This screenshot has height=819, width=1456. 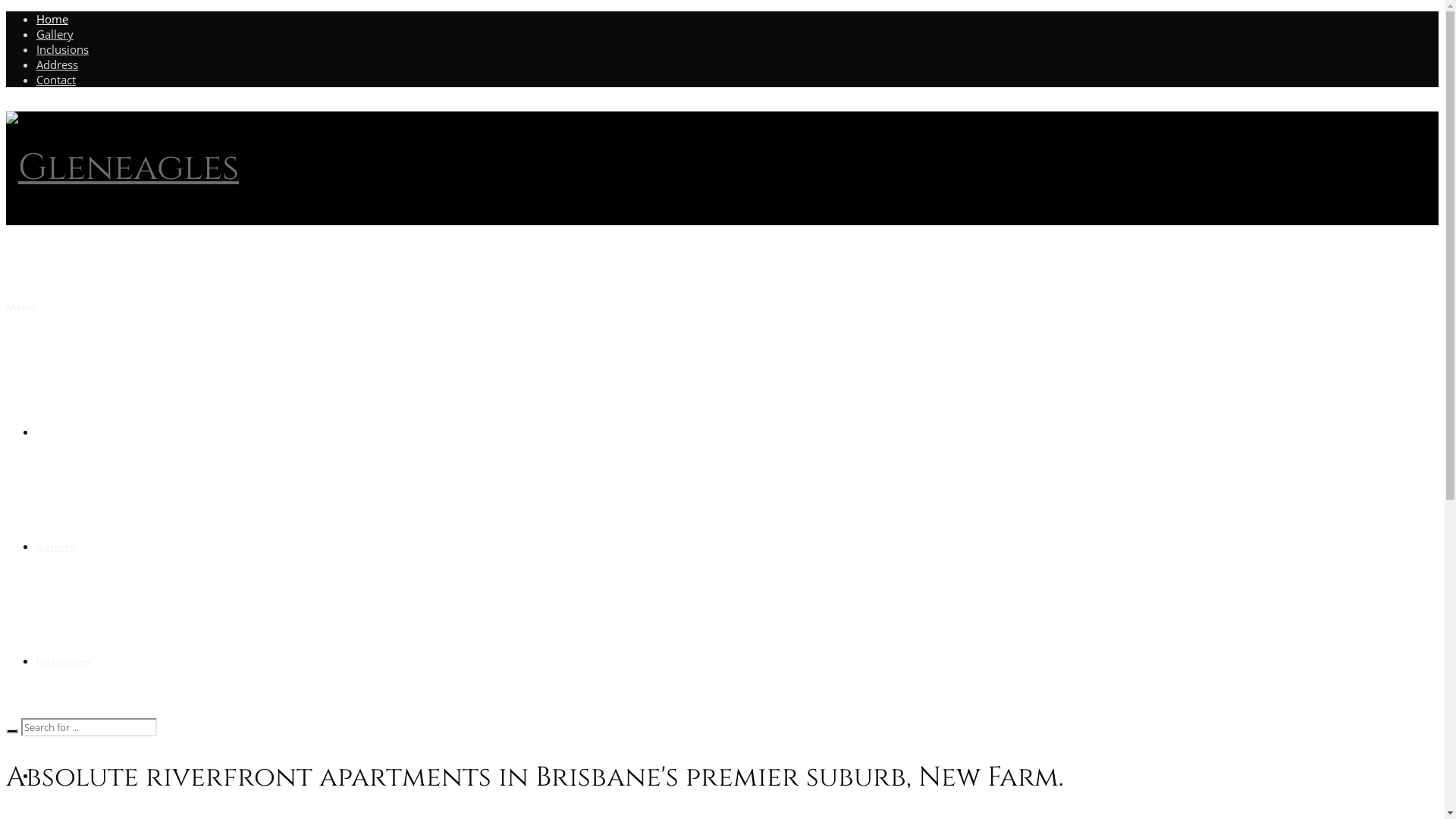 I want to click on 'Address', so click(x=58, y=775).